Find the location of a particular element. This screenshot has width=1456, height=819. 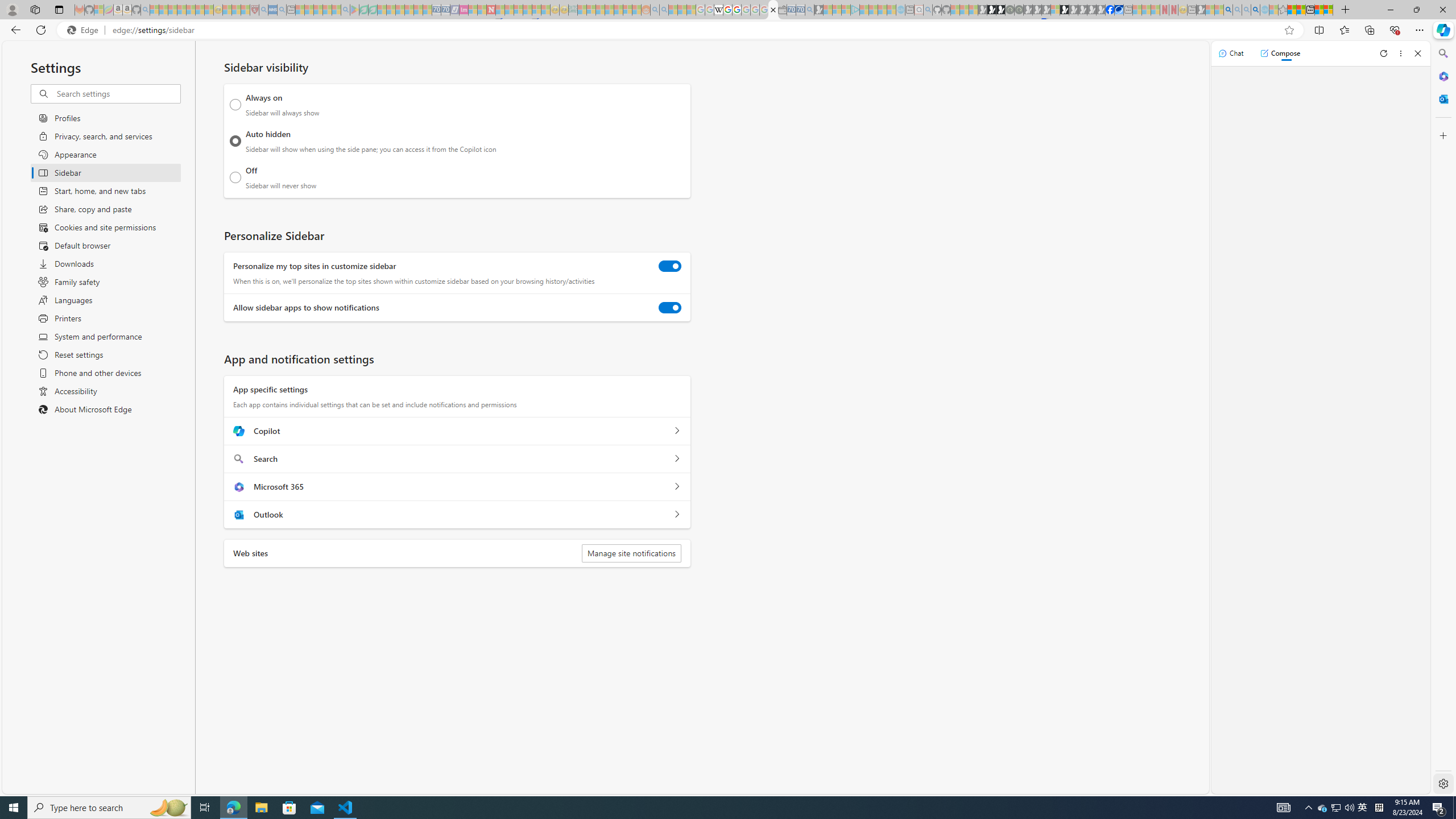

'utah sues federal government - Search - Sleeping' is located at coordinates (281, 9).